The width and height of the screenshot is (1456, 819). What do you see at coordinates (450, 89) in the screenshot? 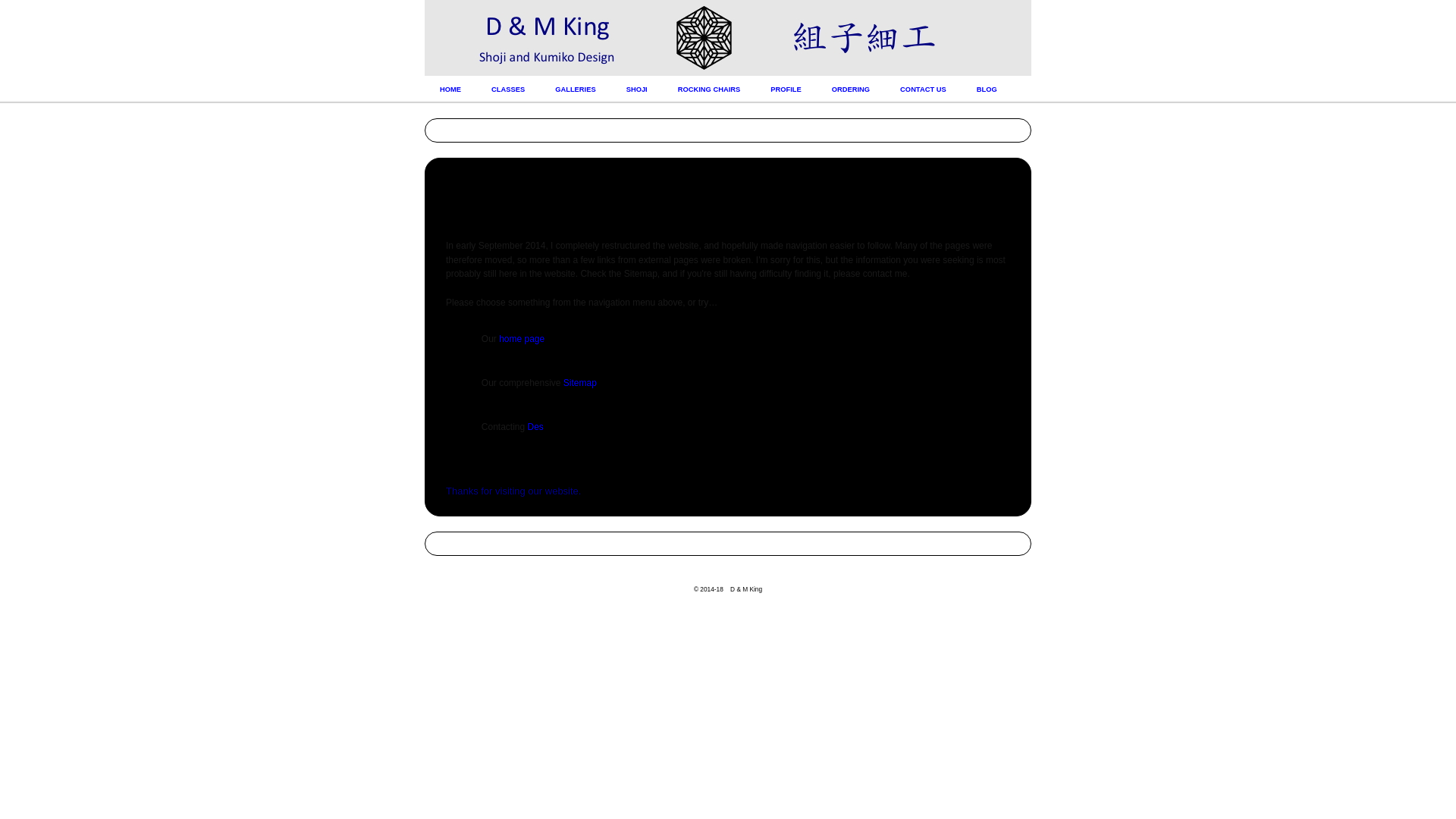
I see `'HOME'` at bounding box center [450, 89].